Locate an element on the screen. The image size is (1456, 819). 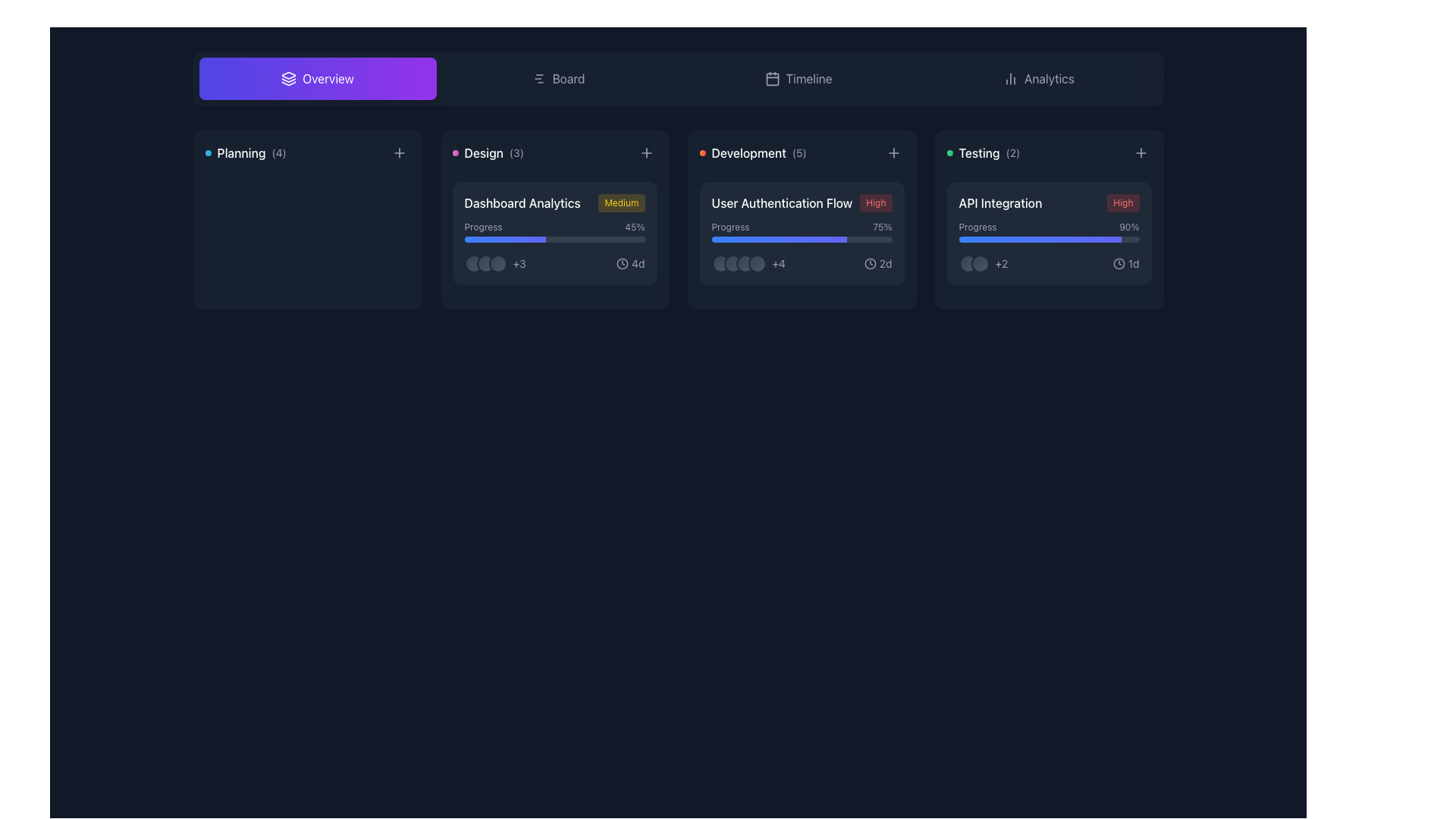
the progress indicator visually representing approximately 75% completion for the 'User Authentication Flow' task, located inside the progress bar under the 'User Authentication Flow' card in the 'Development' section is located at coordinates (779, 239).